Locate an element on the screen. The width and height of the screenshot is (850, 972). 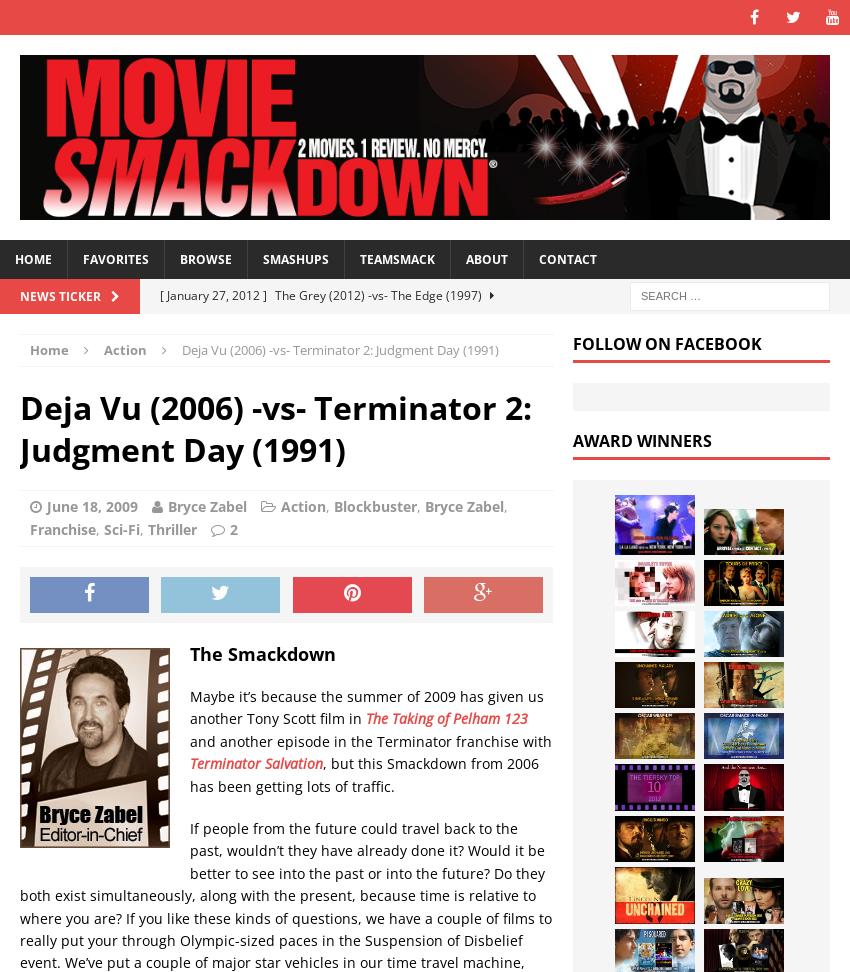
'[ December 25, 2011 ]' is located at coordinates (223, 533).